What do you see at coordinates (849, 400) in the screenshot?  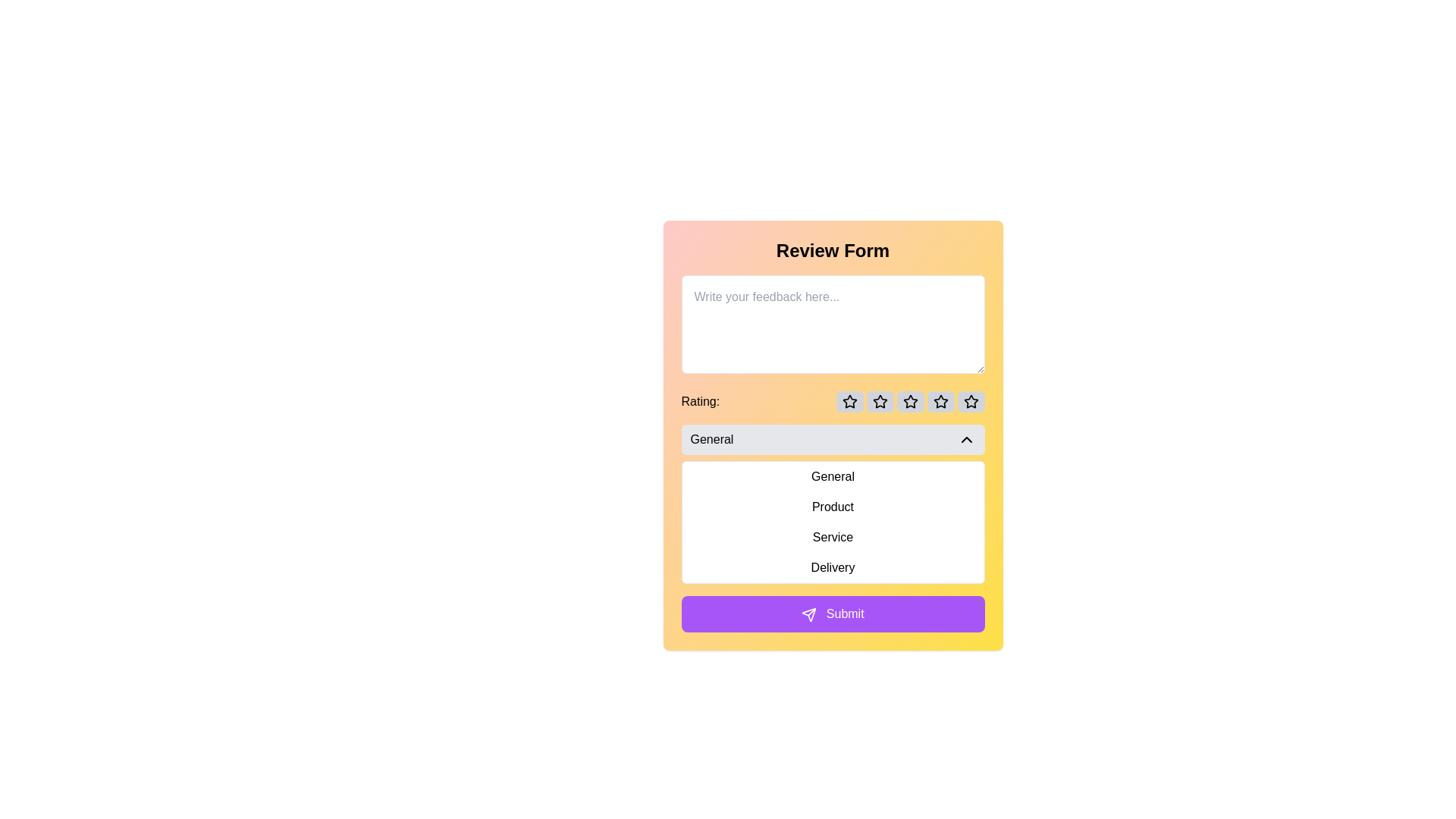 I see `the first clickable rating star icon, which is outlined in black on a gray background, located below the 'Rating' label` at bounding box center [849, 400].